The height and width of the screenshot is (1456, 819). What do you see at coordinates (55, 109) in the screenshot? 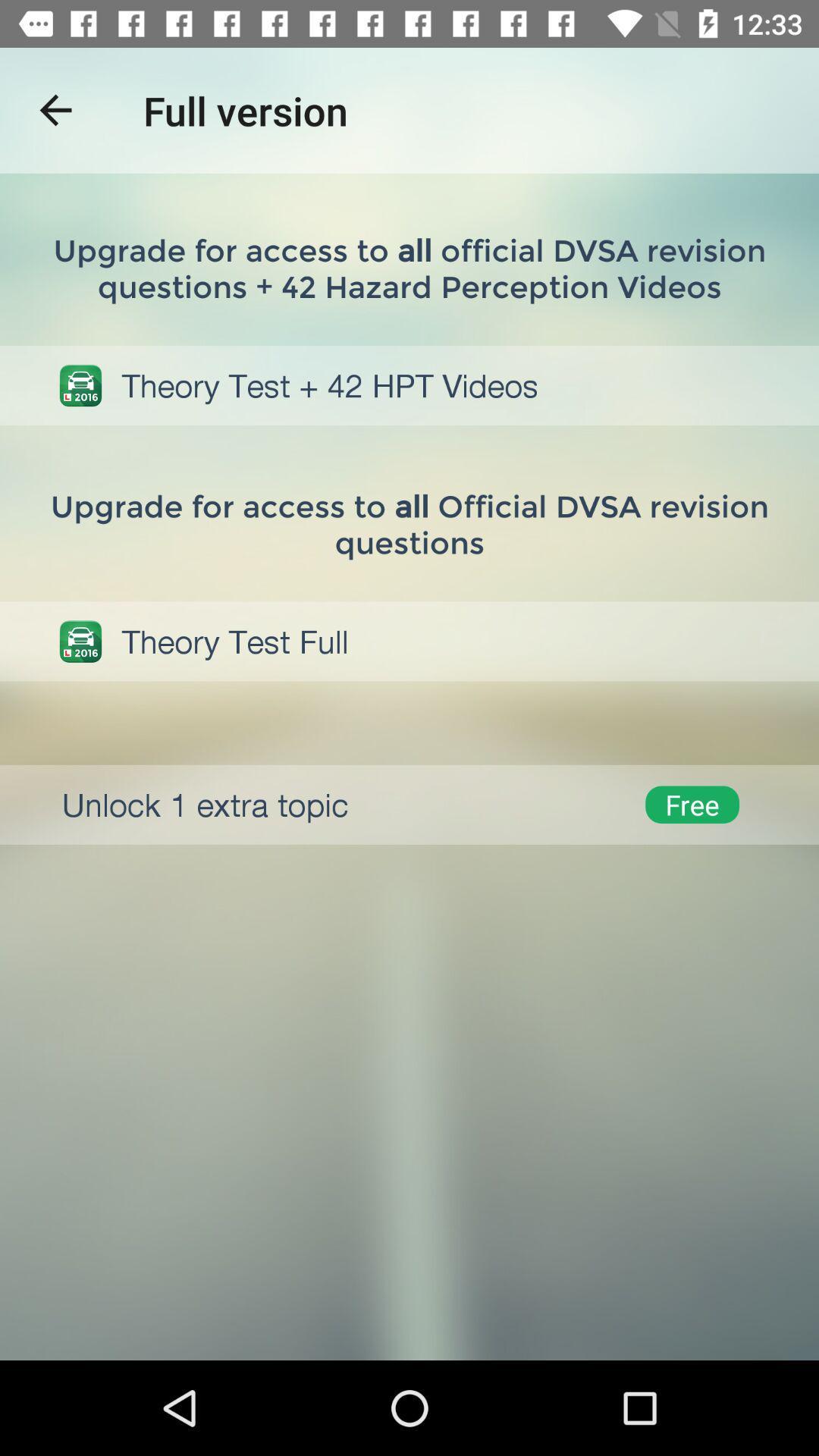
I see `the item to the left of full version` at bounding box center [55, 109].